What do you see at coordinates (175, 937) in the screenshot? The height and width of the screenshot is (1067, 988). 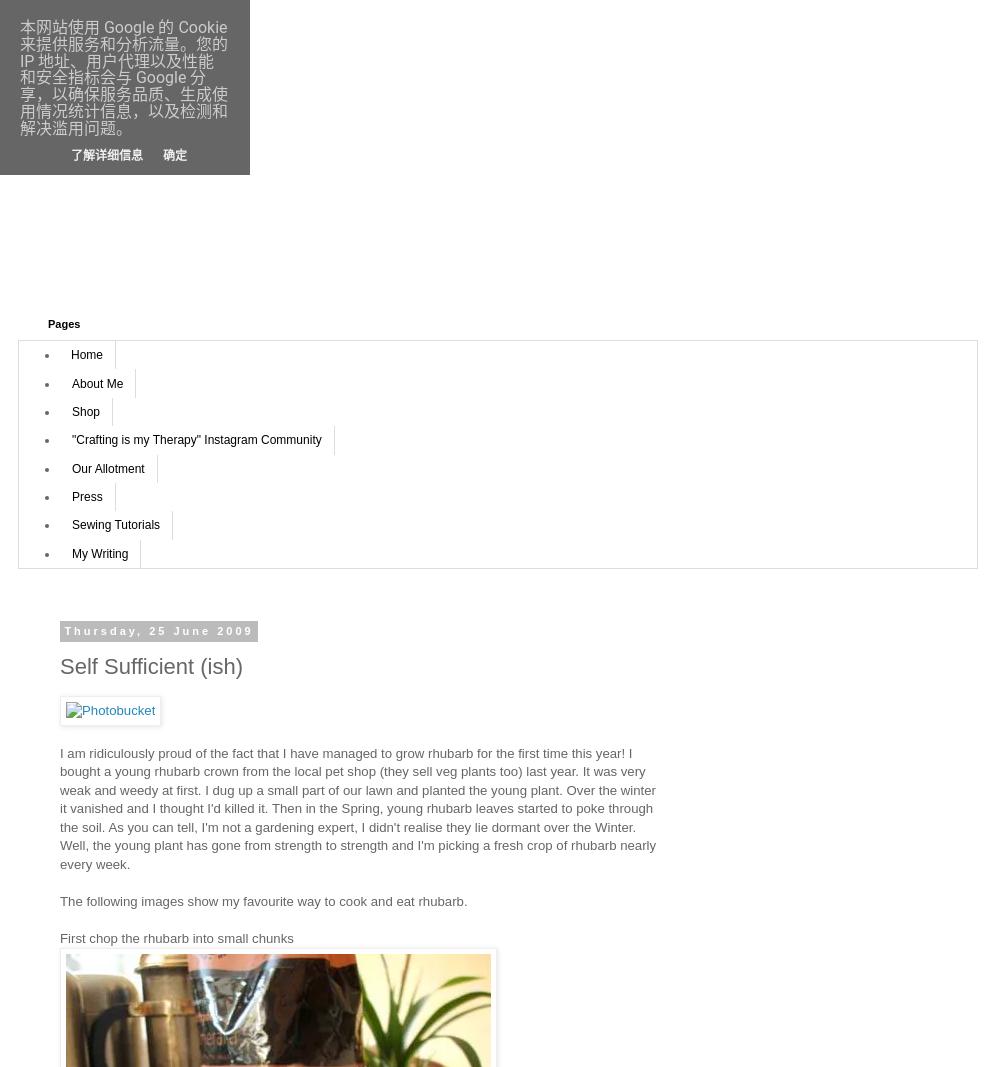 I see `'First chop the rhubarb into small chunks'` at bounding box center [175, 937].